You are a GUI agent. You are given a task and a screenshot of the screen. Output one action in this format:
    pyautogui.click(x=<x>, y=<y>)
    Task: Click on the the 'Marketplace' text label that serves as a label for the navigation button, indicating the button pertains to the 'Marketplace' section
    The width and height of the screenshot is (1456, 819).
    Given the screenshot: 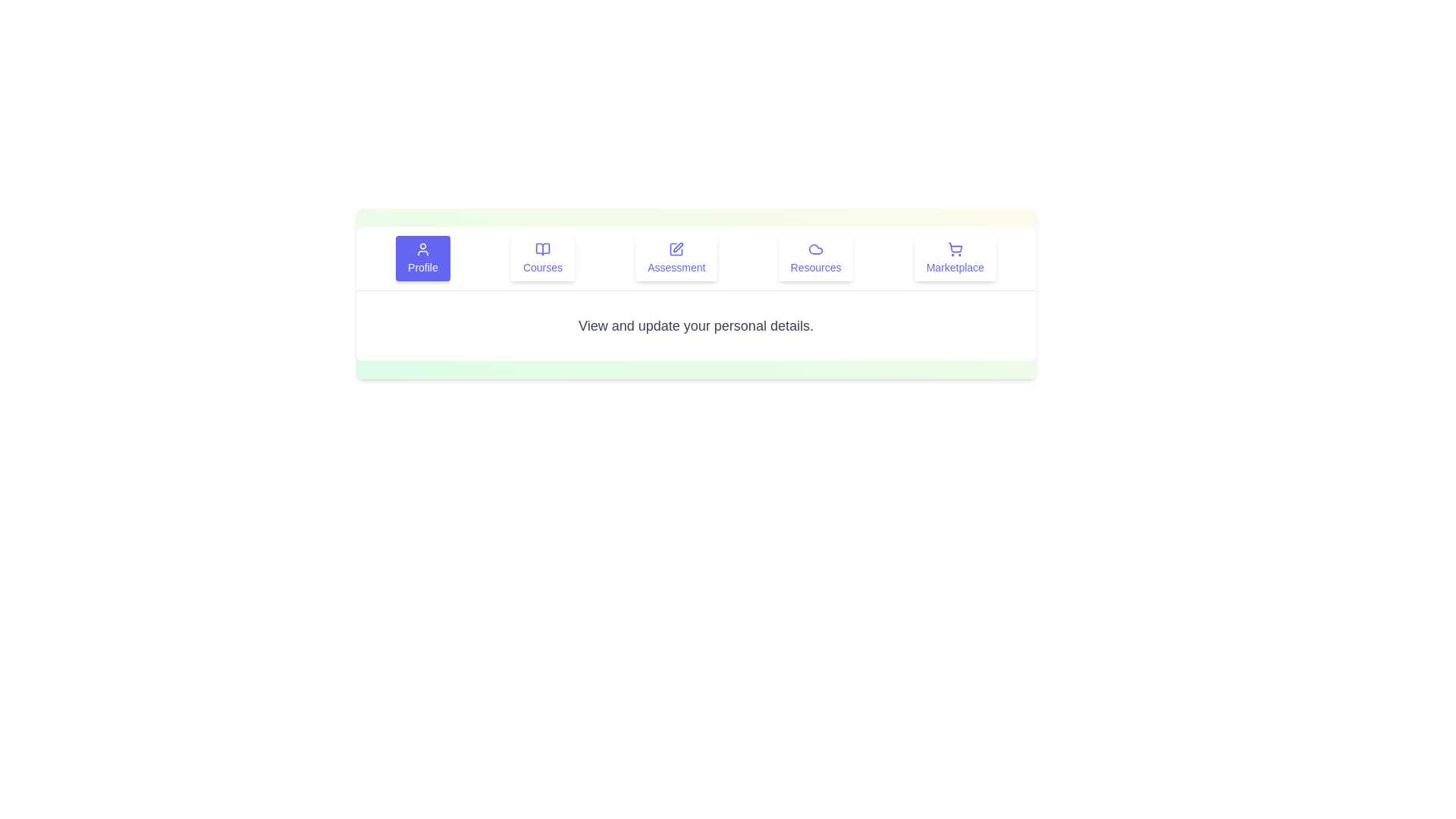 What is the action you would take?
    pyautogui.click(x=954, y=267)
    